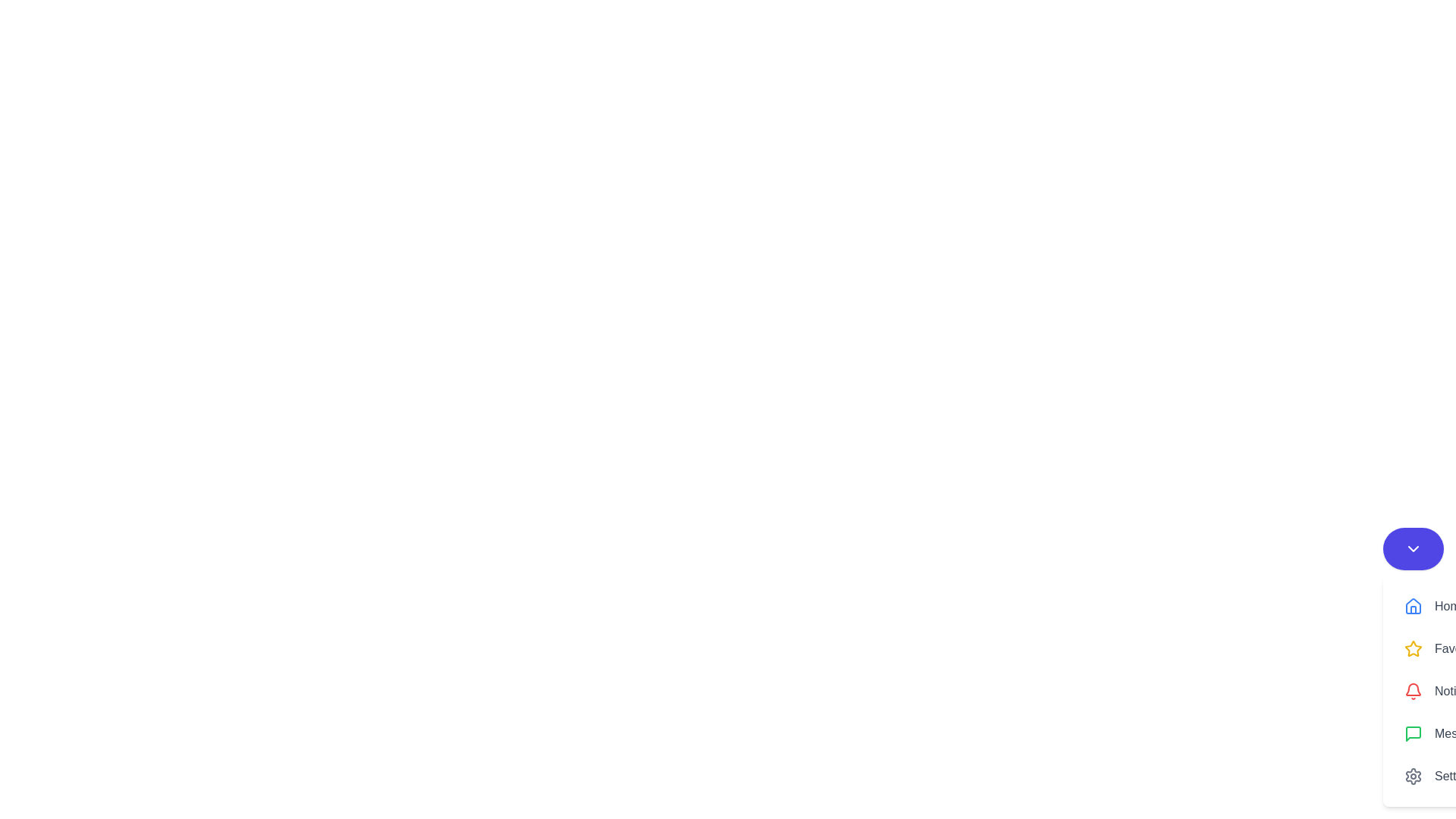 The width and height of the screenshot is (1456, 819). Describe the element at coordinates (1412, 733) in the screenshot. I see `the green chat message bubble icon located in the vertical menu on the right side of the interface` at that location.